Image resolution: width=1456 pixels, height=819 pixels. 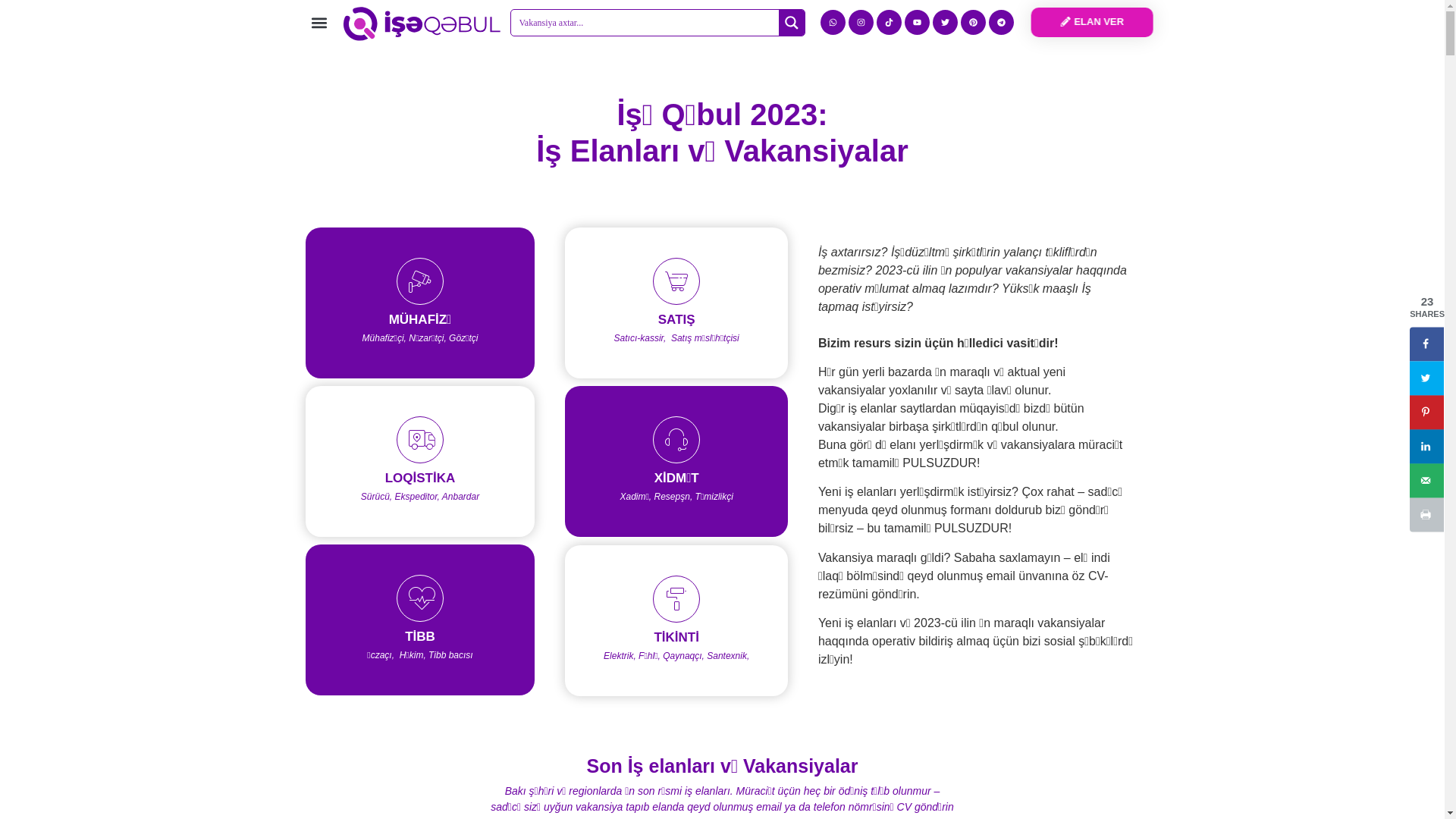 I want to click on 'Share on Facebook', so click(x=1426, y=344).